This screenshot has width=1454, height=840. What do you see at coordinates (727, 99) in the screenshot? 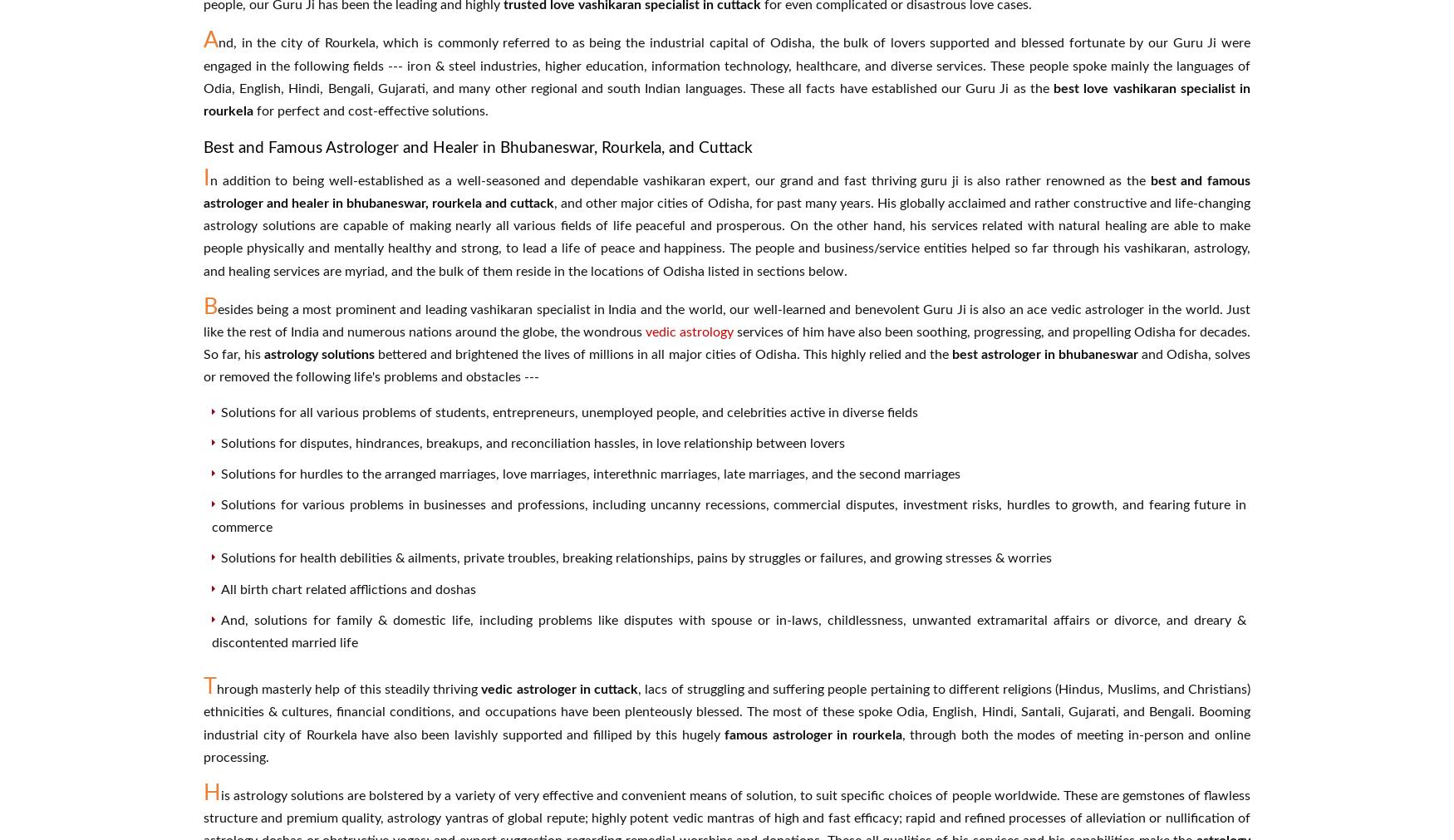
I see `'best love vashikaran specialist in rourkela'` at bounding box center [727, 99].